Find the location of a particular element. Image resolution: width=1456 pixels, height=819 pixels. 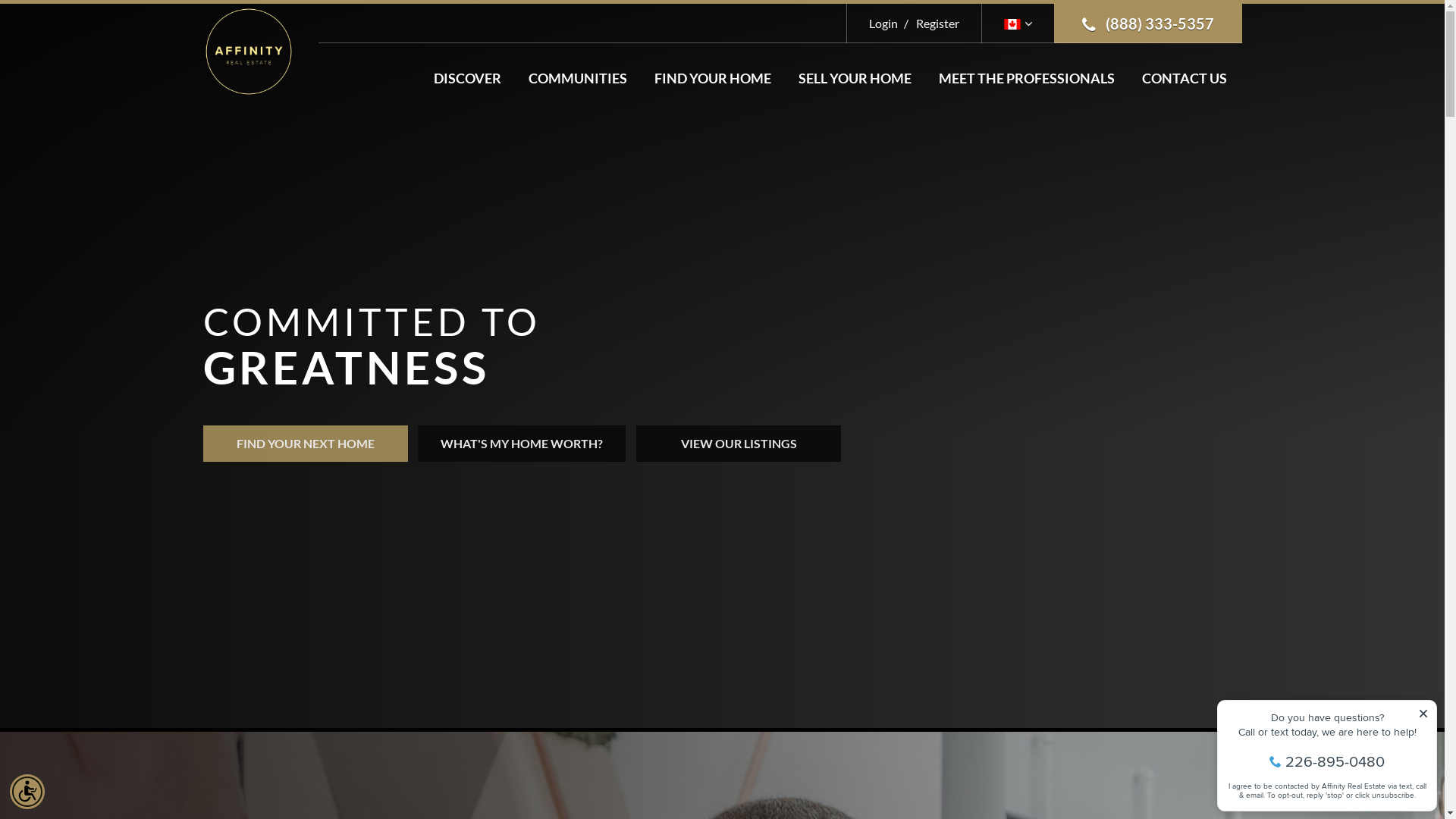

'FIND YOUR HOME' is located at coordinates (638, 78).